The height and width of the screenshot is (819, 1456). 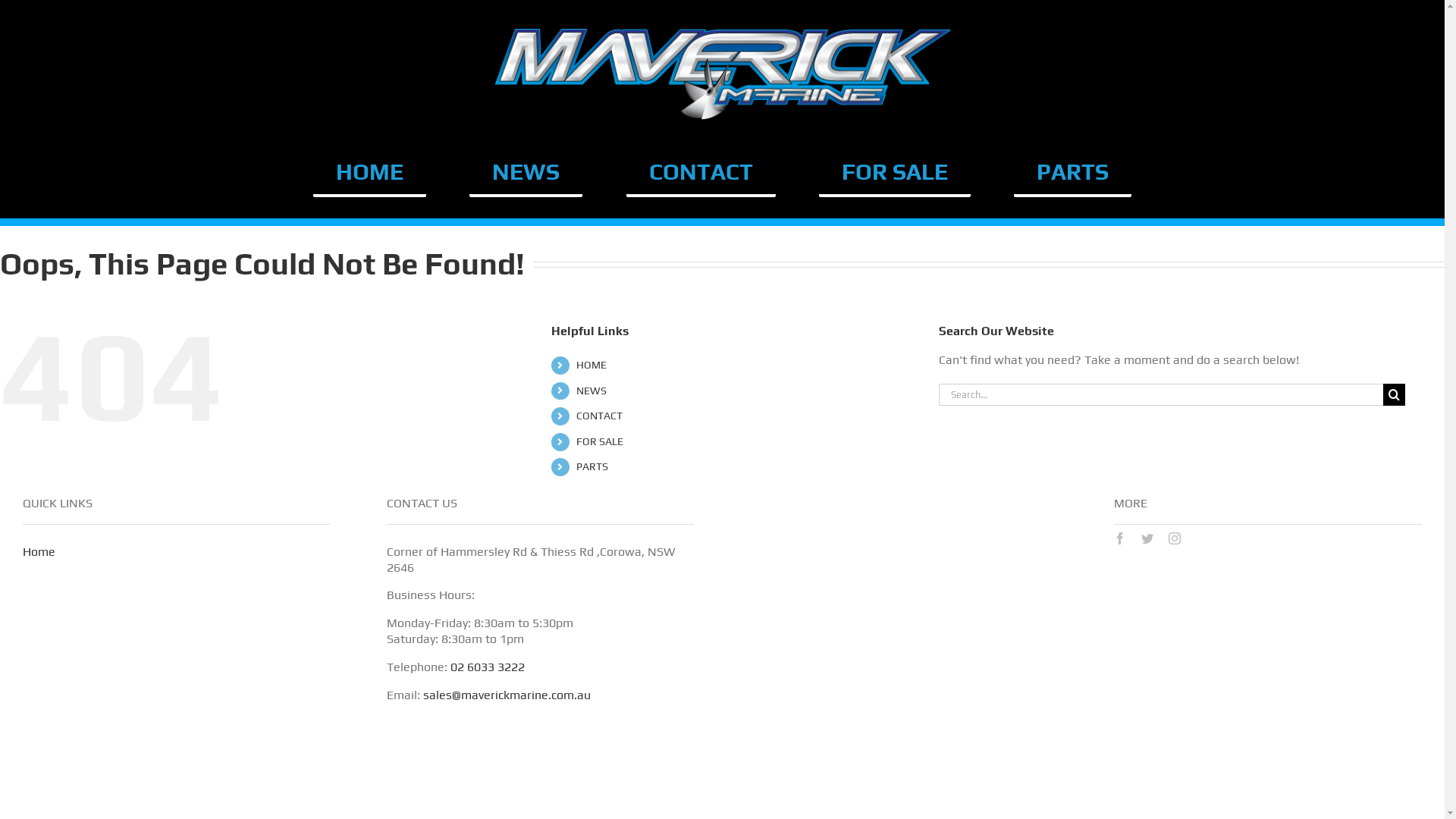 What do you see at coordinates (599, 441) in the screenshot?
I see `'FOR SALE'` at bounding box center [599, 441].